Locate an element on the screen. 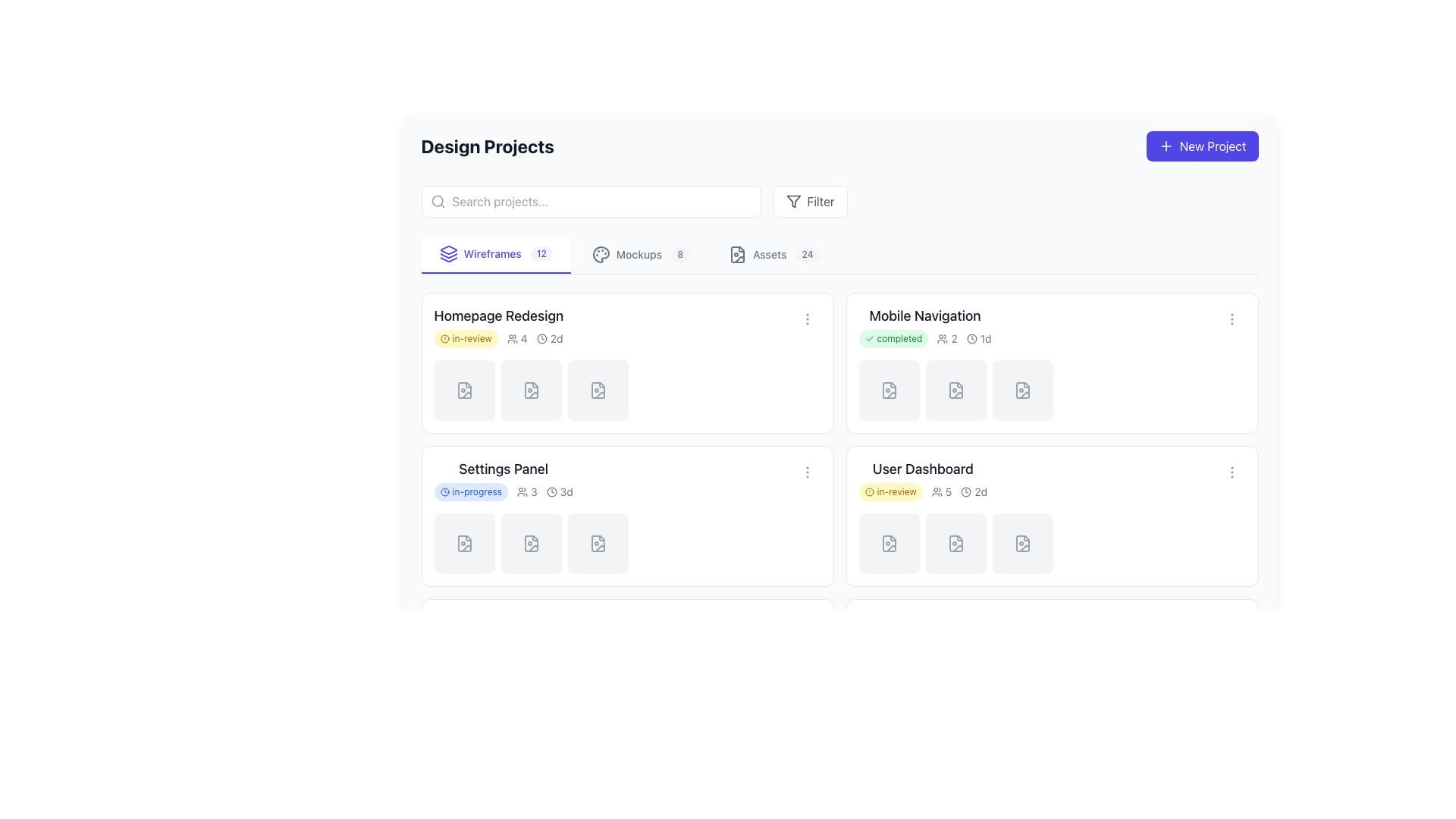 The width and height of the screenshot is (1456, 819). the status indicator displaying 'in-review' with metadata showing '4' users and '2d' since last update, located in the 'Homepage Redesign' section is located at coordinates (498, 338).